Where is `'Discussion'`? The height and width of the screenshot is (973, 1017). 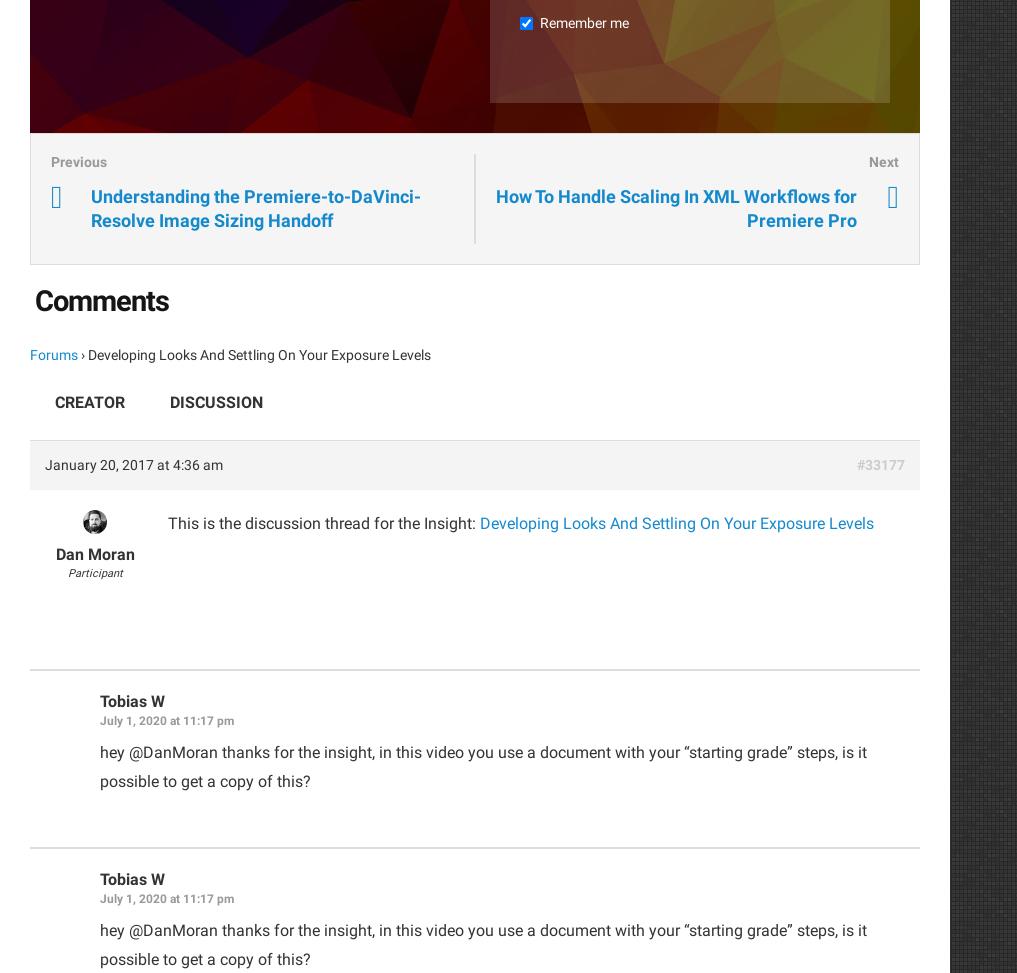
'Discussion' is located at coordinates (216, 401).